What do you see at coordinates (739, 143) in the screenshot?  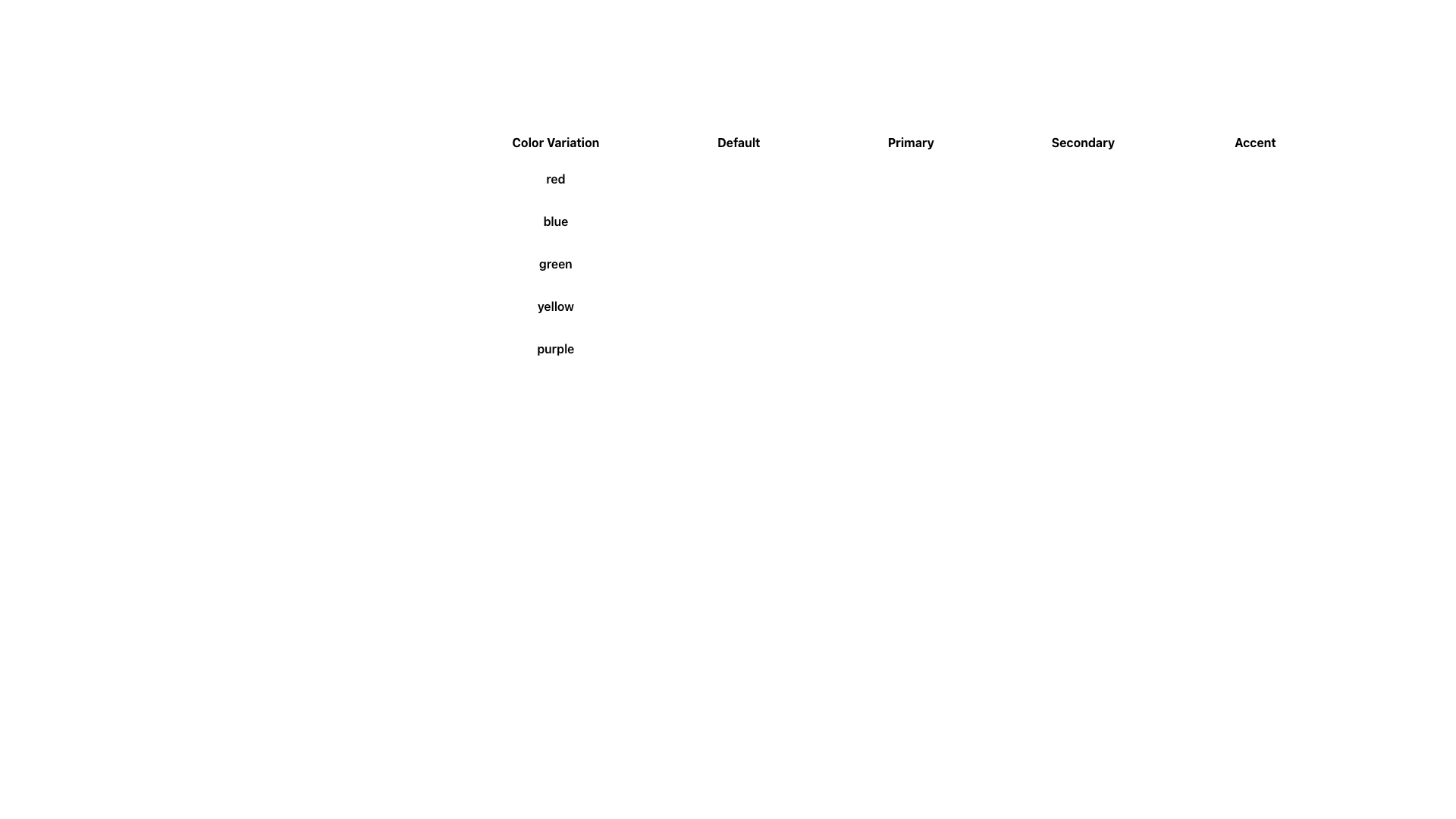 I see `the text label displaying 'Default'` at bounding box center [739, 143].